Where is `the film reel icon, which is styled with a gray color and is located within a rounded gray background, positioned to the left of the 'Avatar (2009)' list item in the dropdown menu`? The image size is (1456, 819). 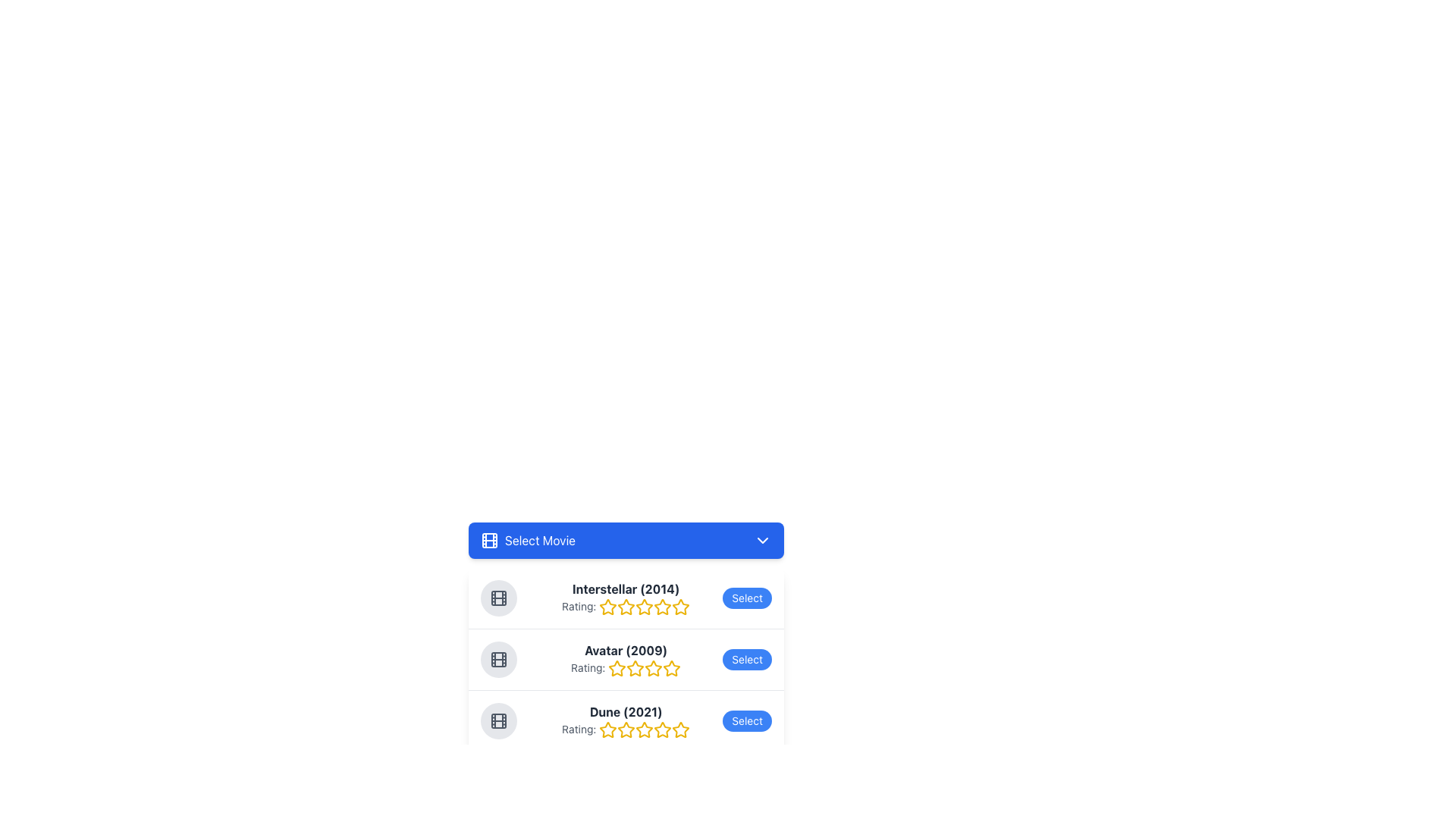 the film reel icon, which is styled with a gray color and is located within a rounded gray background, positioned to the left of the 'Avatar (2009)' list item in the dropdown menu is located at coordinates (498, 659).